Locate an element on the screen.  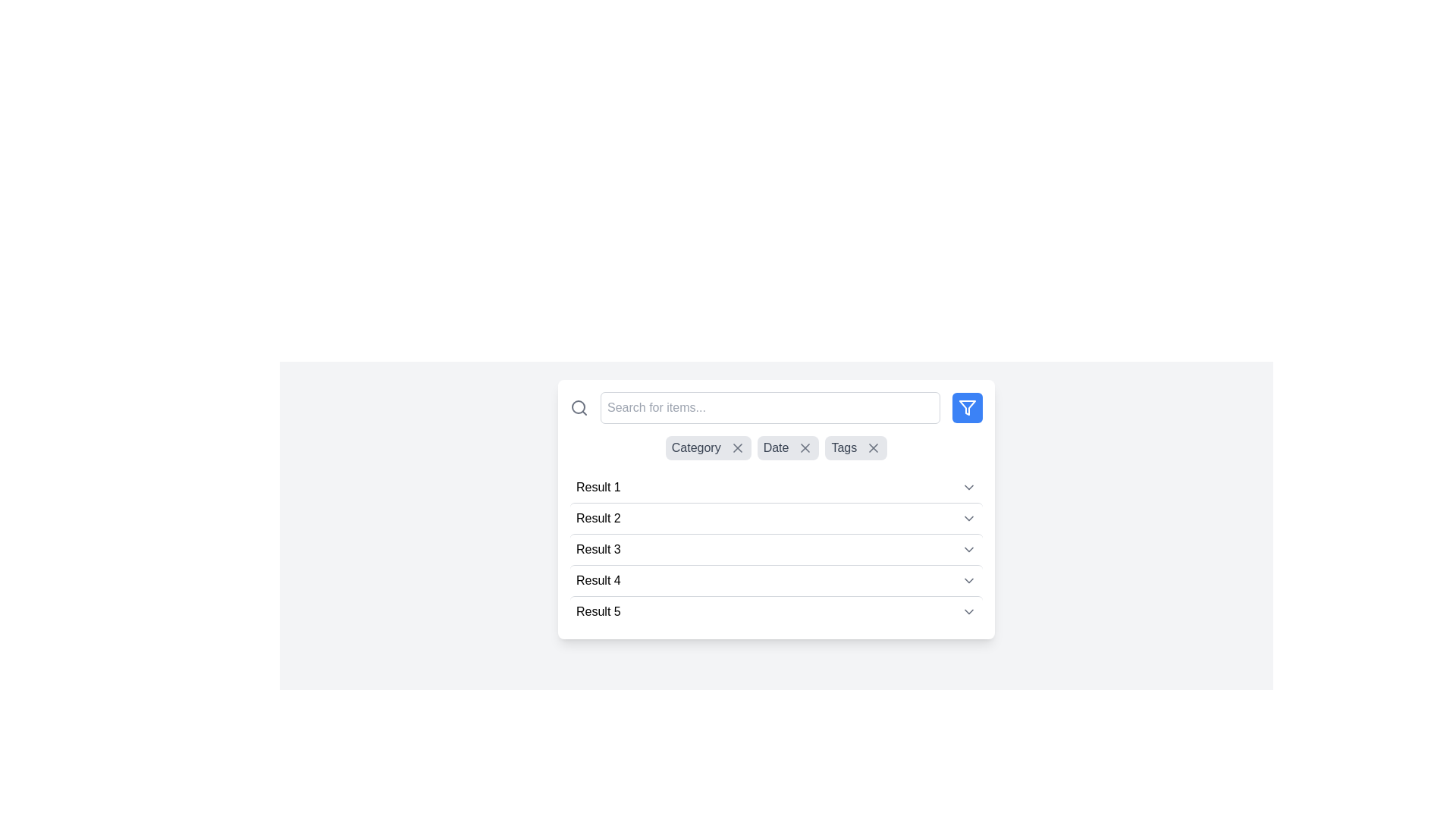
the first interactive collapsible list item located below the search functionality and filters, which expands or collapses is located at coordinates (776, 488).